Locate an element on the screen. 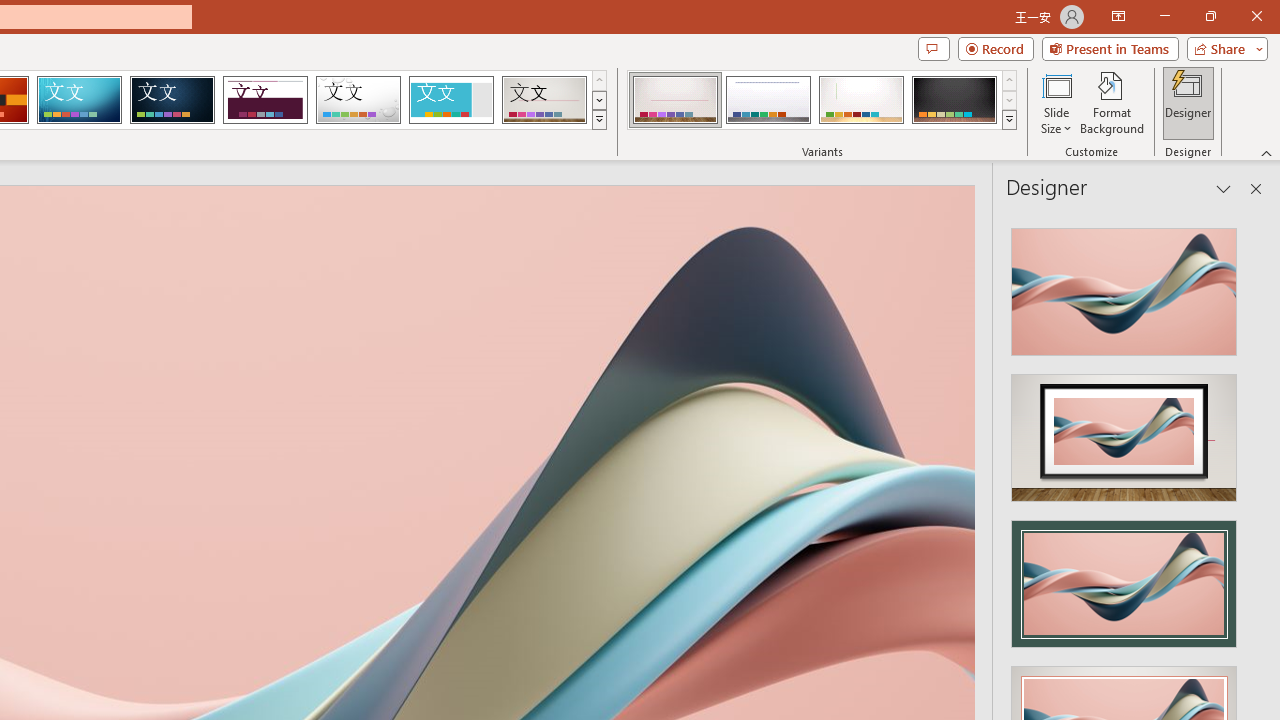 The image size is (1280, 720). 'Circuit' is located at coordinates (79, 100).